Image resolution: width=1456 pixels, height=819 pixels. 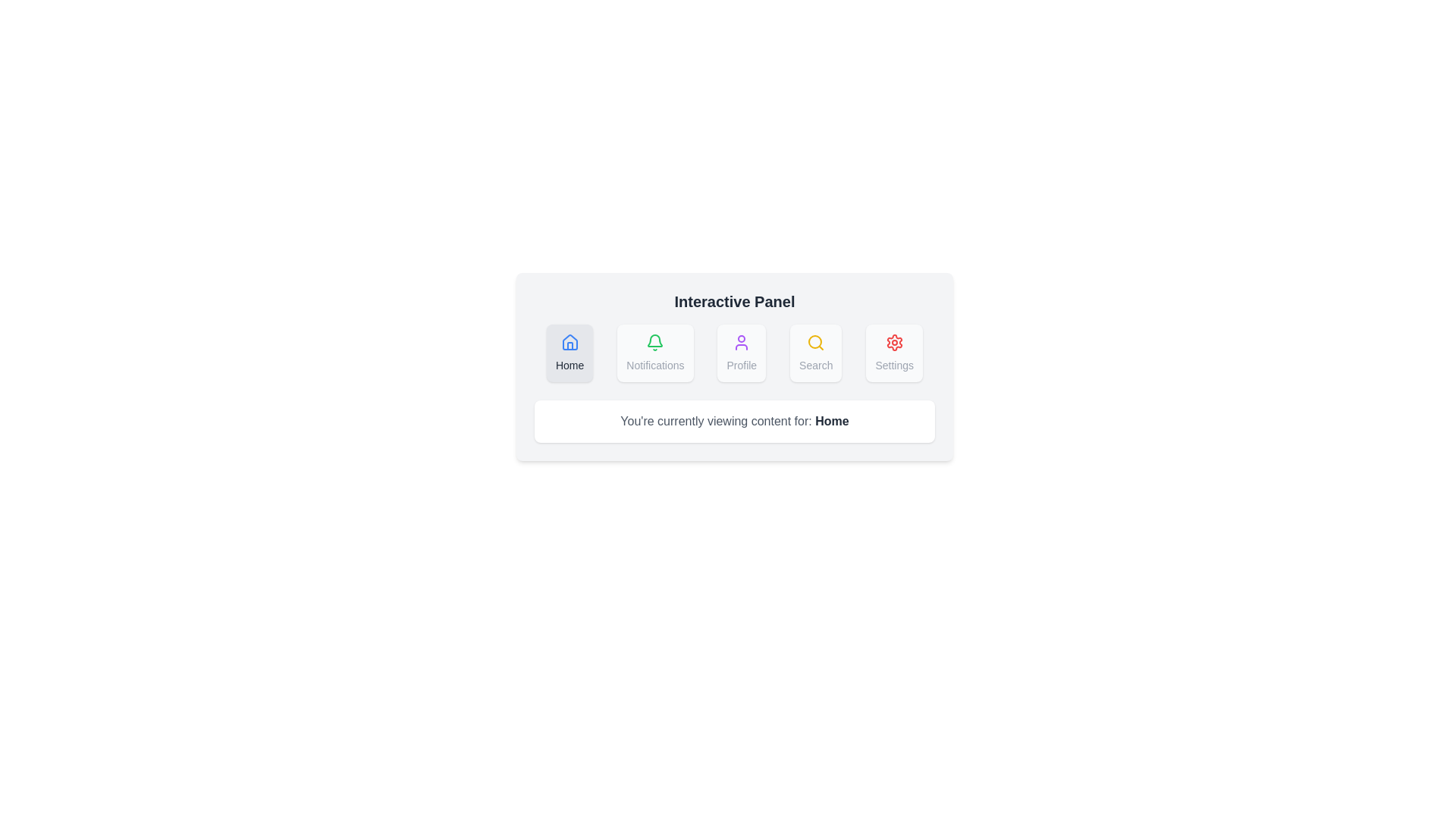 What do you see at coordinates (655, 366) in the screenshot?
I see `text label that describes the notifications feature, located within the 'Notifications' section, which is the second element from the left in the middle panel` at bounding box center [655, 366].